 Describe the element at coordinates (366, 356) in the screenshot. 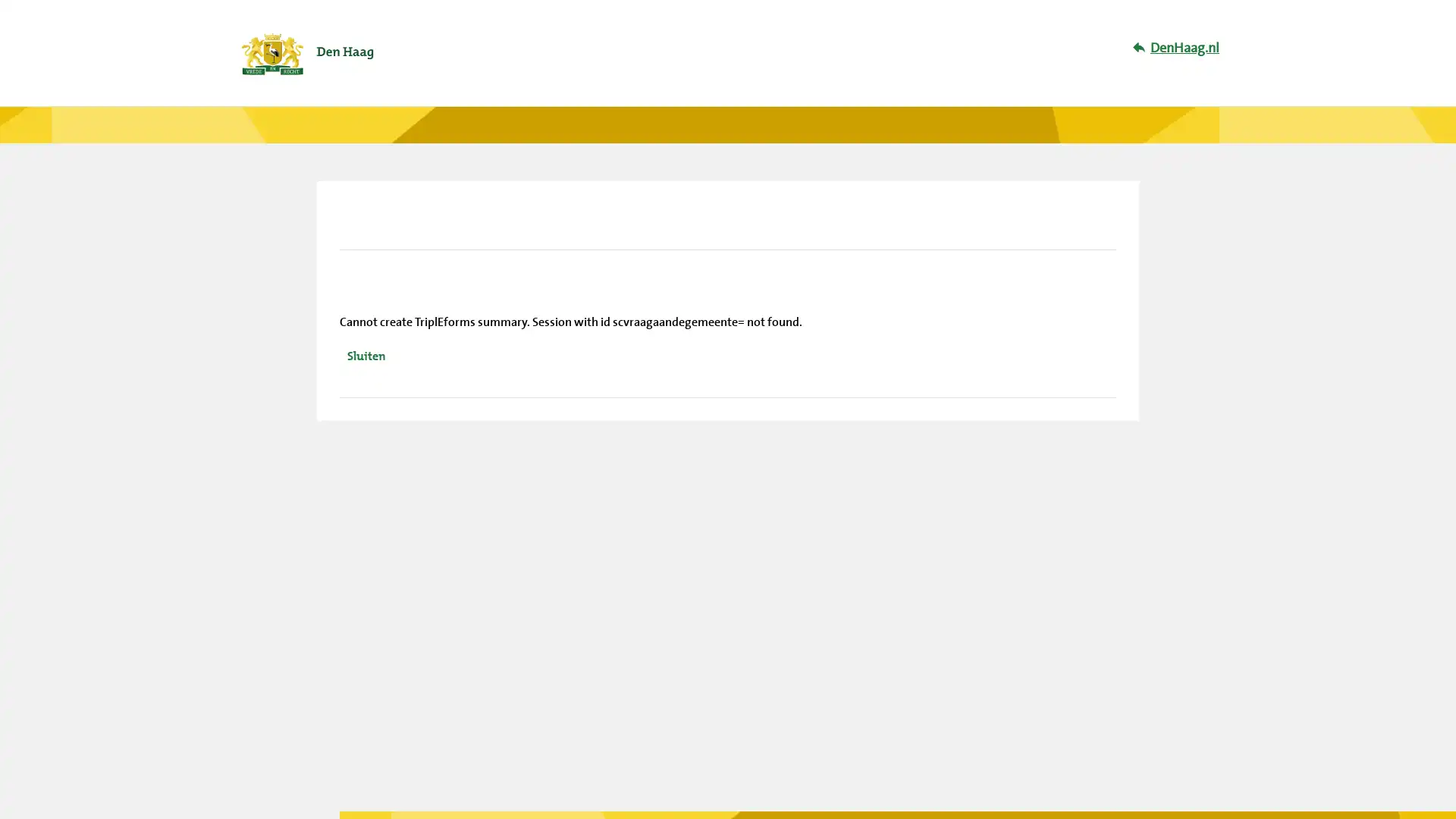

I see `Sluiten` at that location.